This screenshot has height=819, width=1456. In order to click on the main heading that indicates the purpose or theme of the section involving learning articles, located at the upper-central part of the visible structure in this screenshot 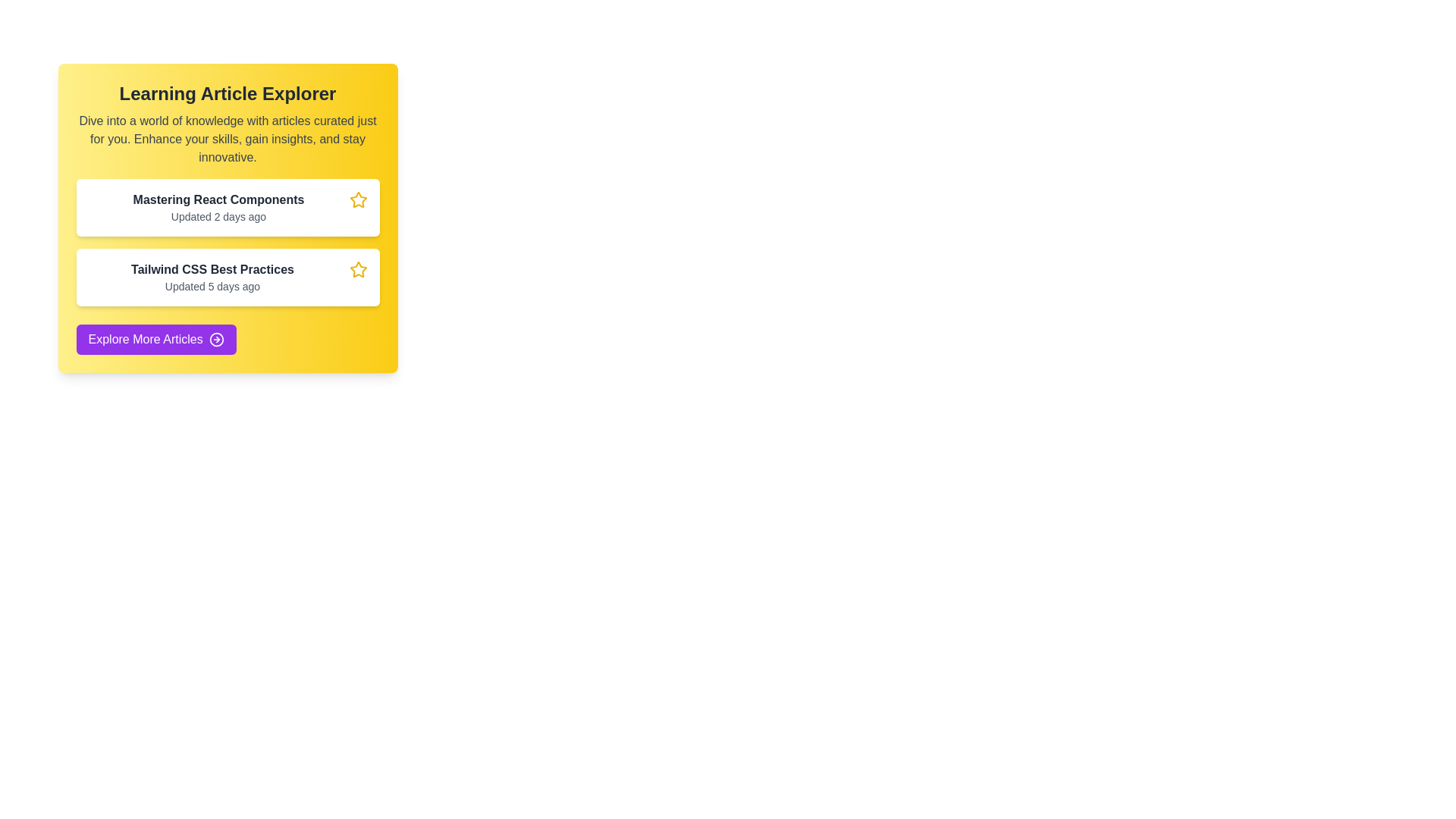, I will do `click(227, 93)`.